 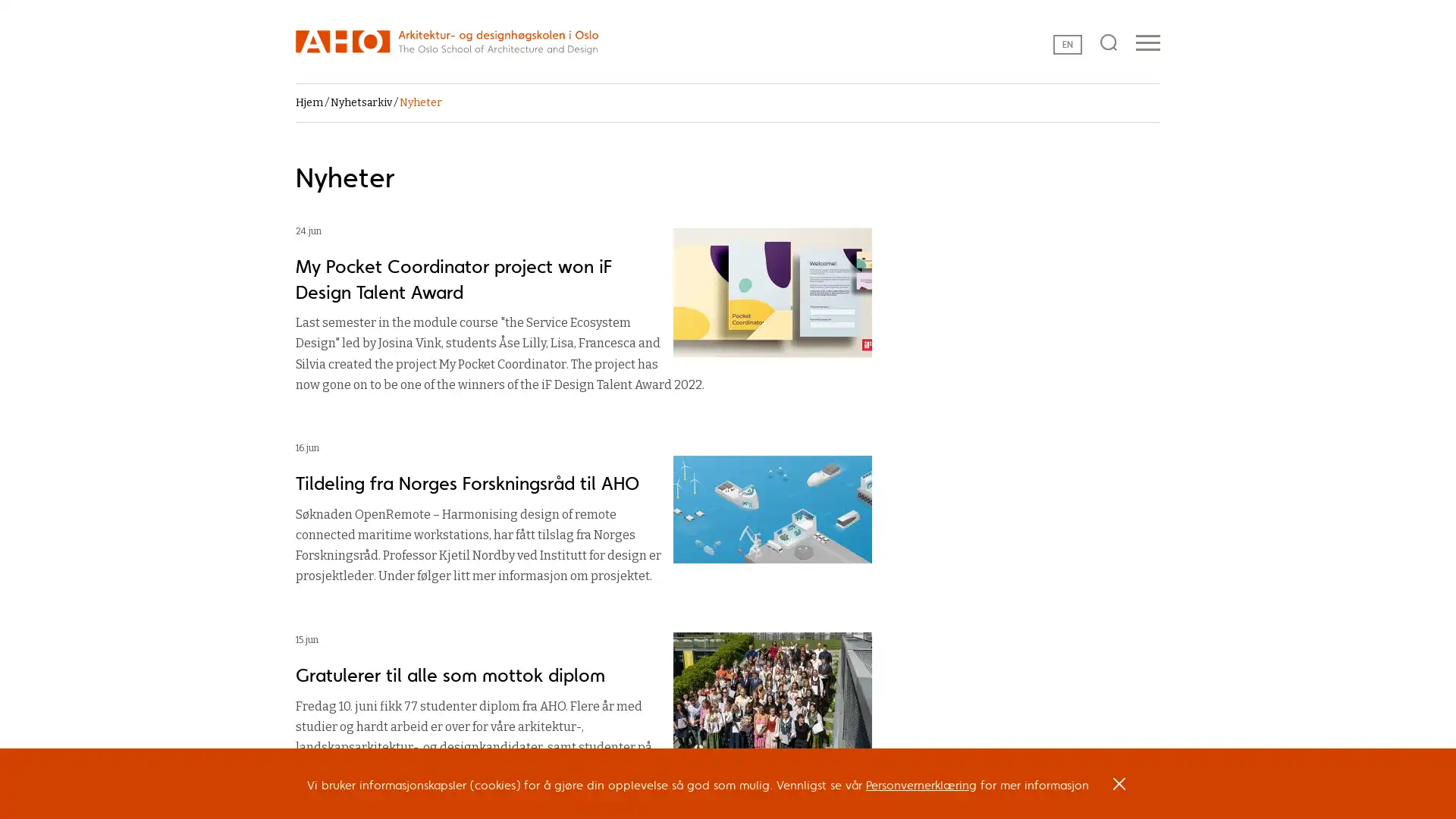 I want to click on OK, I agree, so click(x=1119, y=789).